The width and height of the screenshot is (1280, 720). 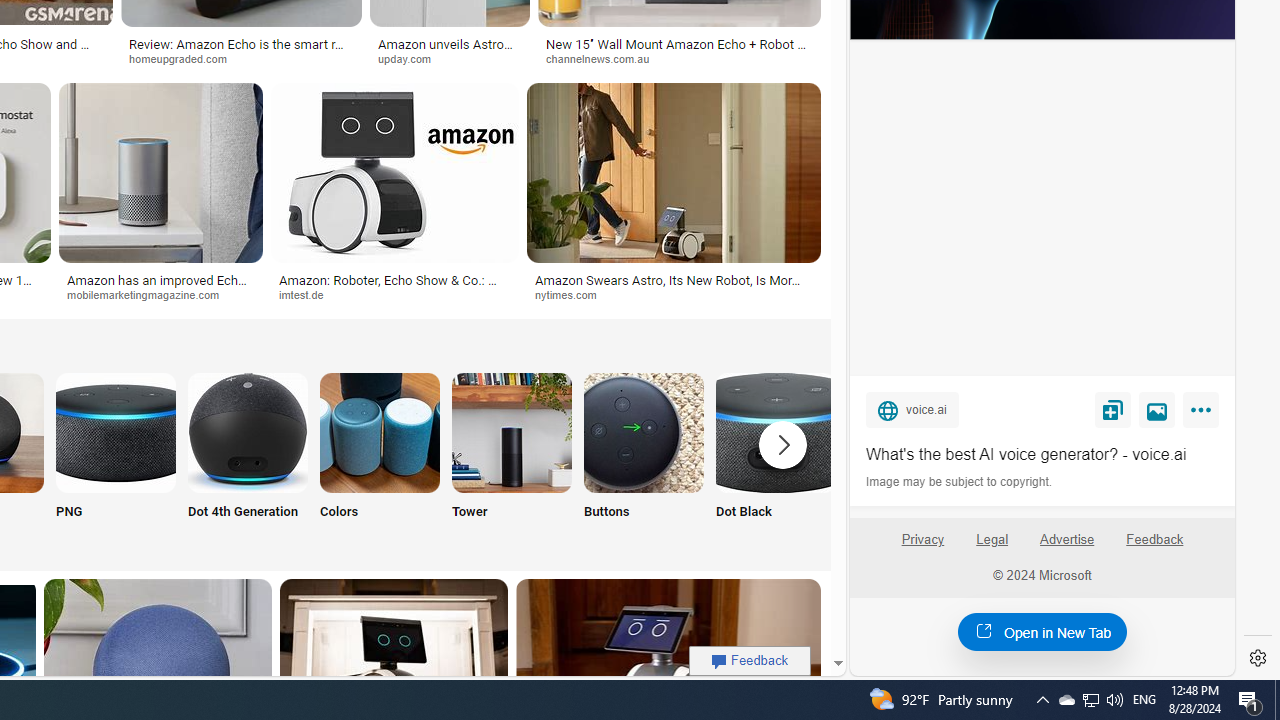 I want to click on 'Amazon Echo Buttons Buttons', so click(x=643, y=458).